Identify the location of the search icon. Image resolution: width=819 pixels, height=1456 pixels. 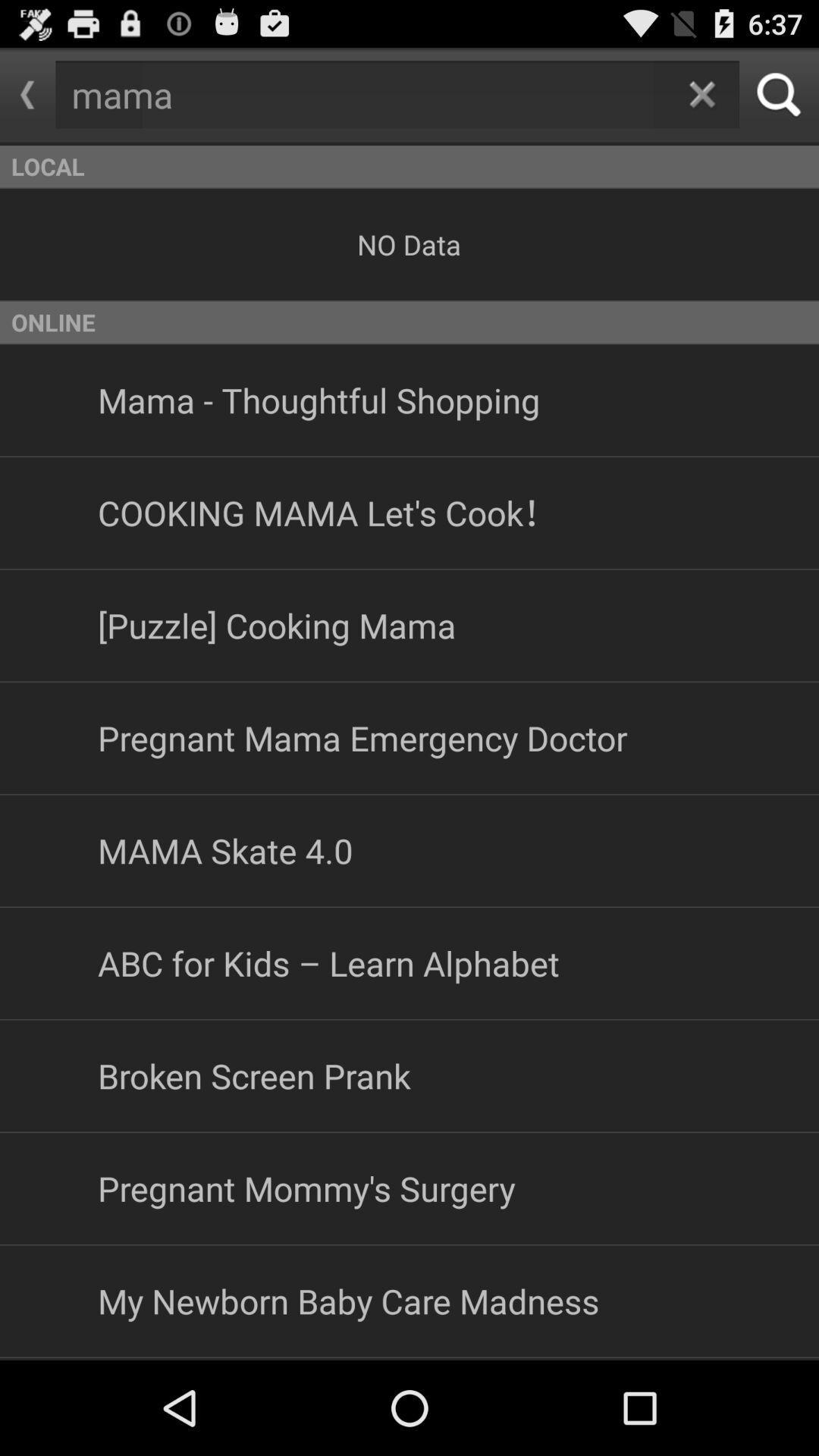
(779, 101).